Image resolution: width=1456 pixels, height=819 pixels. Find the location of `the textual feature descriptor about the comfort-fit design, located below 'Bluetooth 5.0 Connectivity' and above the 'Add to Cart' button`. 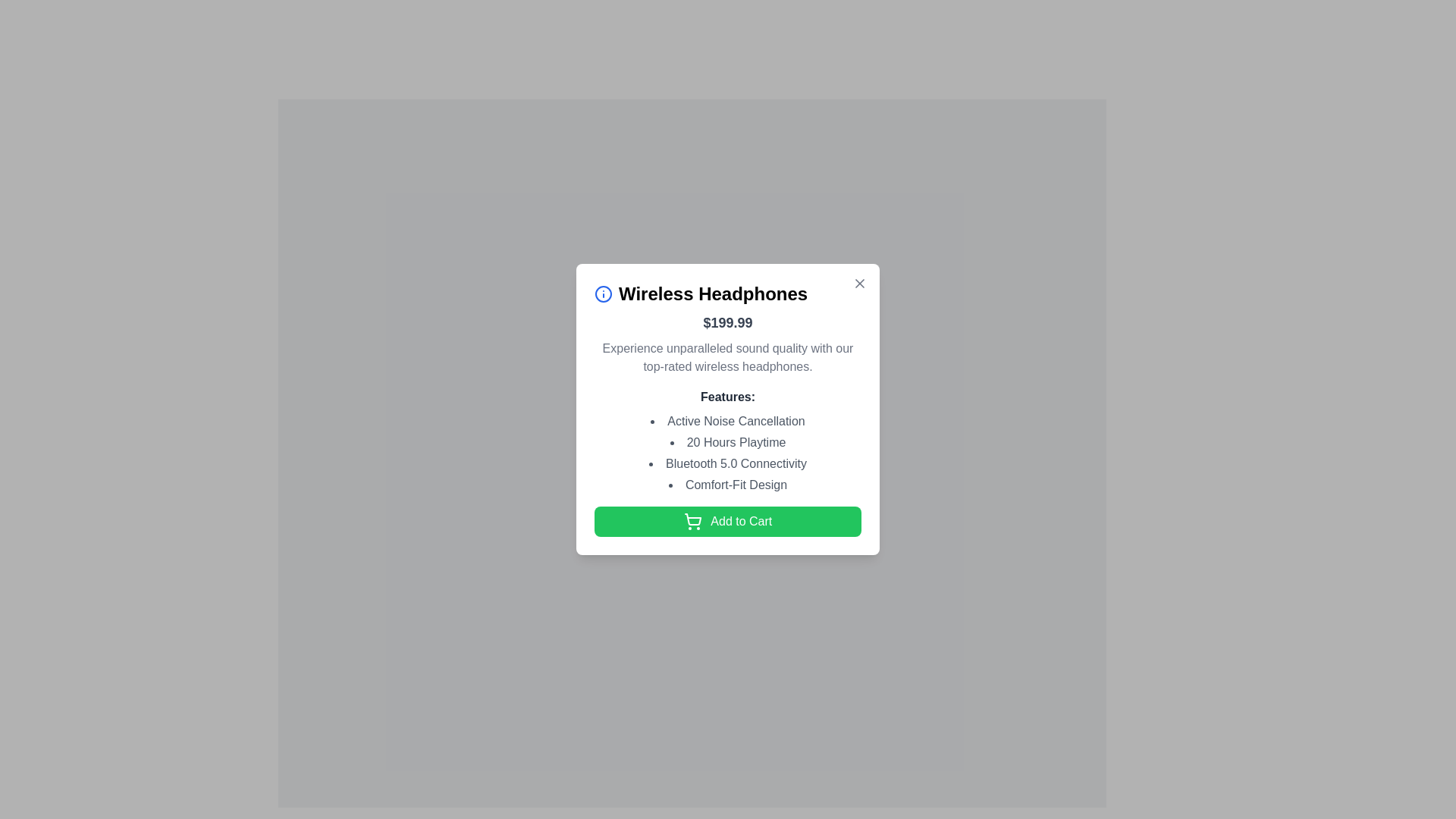

the textual feature descriptor about the comfort-fit design, located below 'Bluetooth 5.0 Connectivity' and above the 'Add to Cart' button is located at coordinates (728, 485).